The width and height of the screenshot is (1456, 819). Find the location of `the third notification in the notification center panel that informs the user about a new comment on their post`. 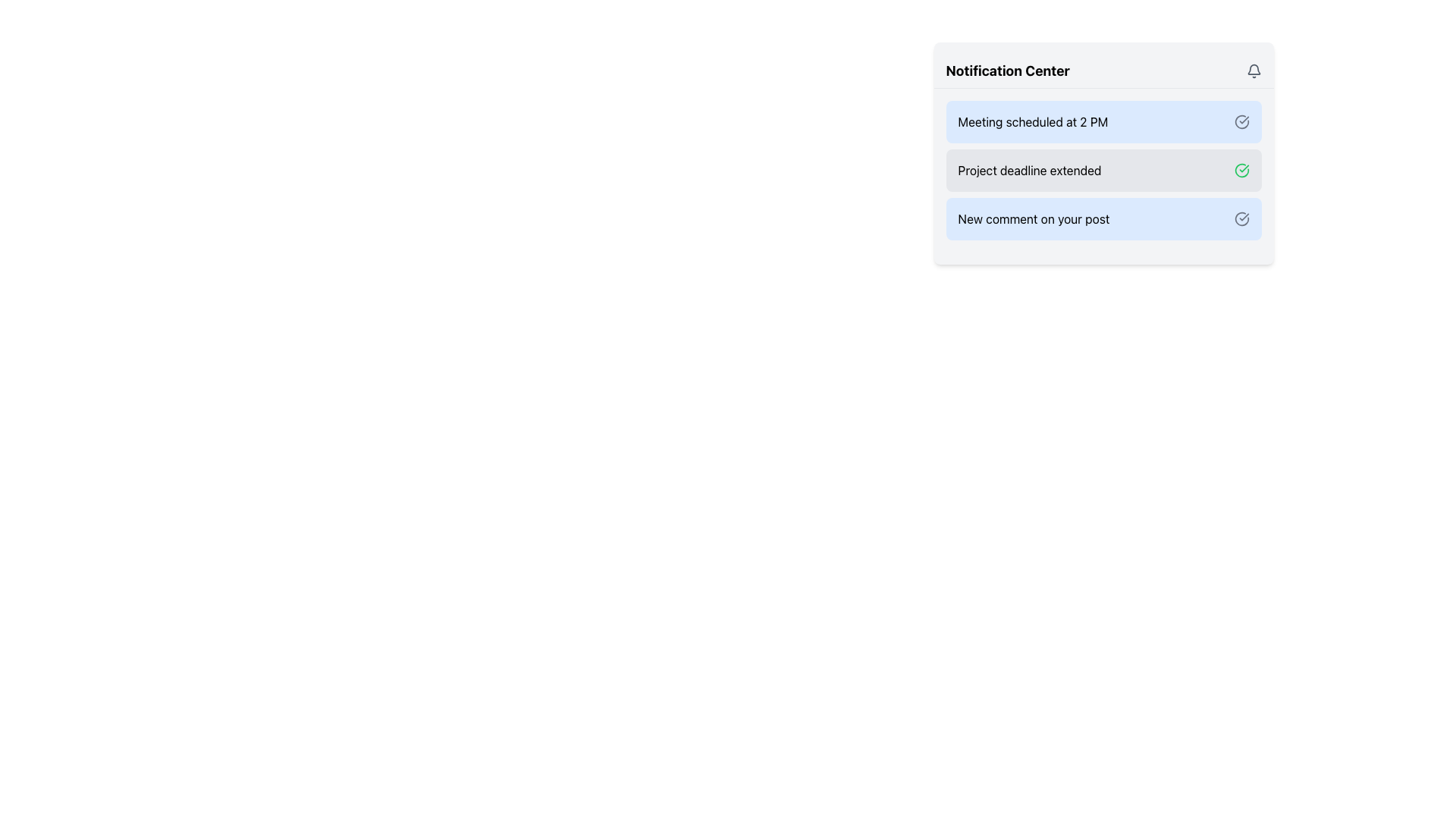

the third notification in the notification center panel that informs the user about a new comment on their post is located at coordinates (1103, 219).